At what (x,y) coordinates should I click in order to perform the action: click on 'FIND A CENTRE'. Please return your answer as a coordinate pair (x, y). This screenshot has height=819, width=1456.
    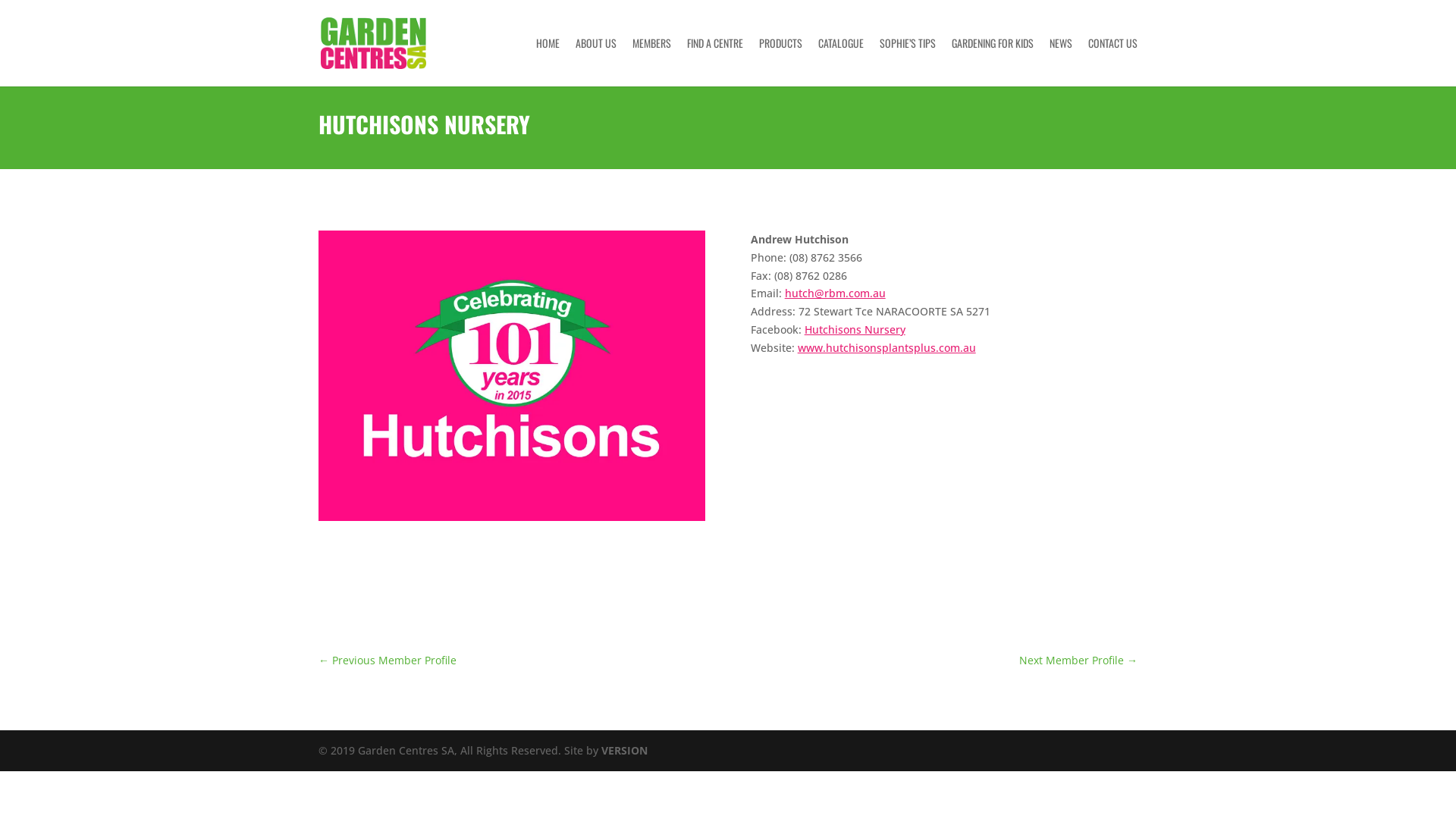
    Looking at the image, I should click on (714, 61).